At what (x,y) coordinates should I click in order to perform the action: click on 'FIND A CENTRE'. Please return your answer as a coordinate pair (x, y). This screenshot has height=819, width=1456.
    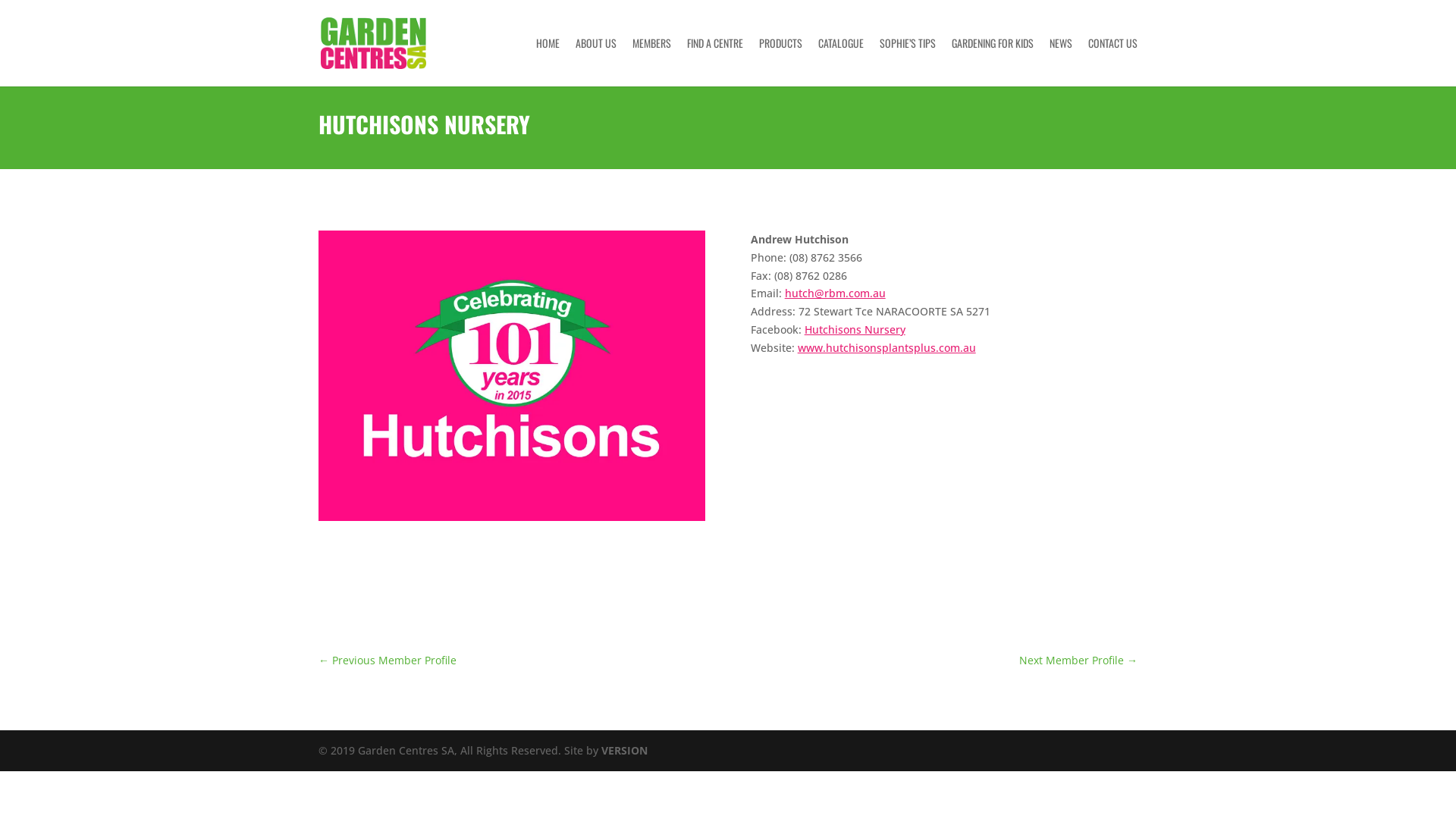
    Looking at the image, I should click on (714, 61).